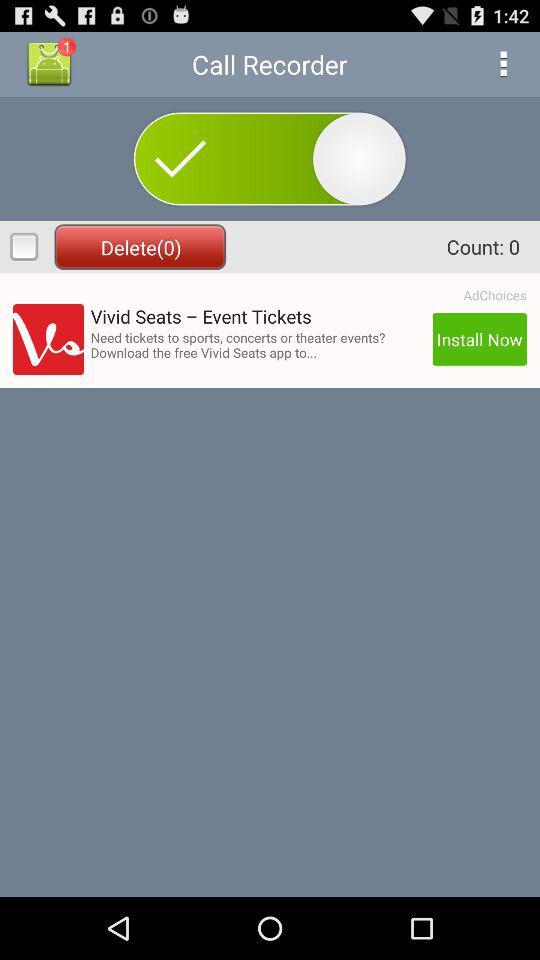 This screenshot has width=540, height=960. I want to click on the install now button, so click(478, 339).